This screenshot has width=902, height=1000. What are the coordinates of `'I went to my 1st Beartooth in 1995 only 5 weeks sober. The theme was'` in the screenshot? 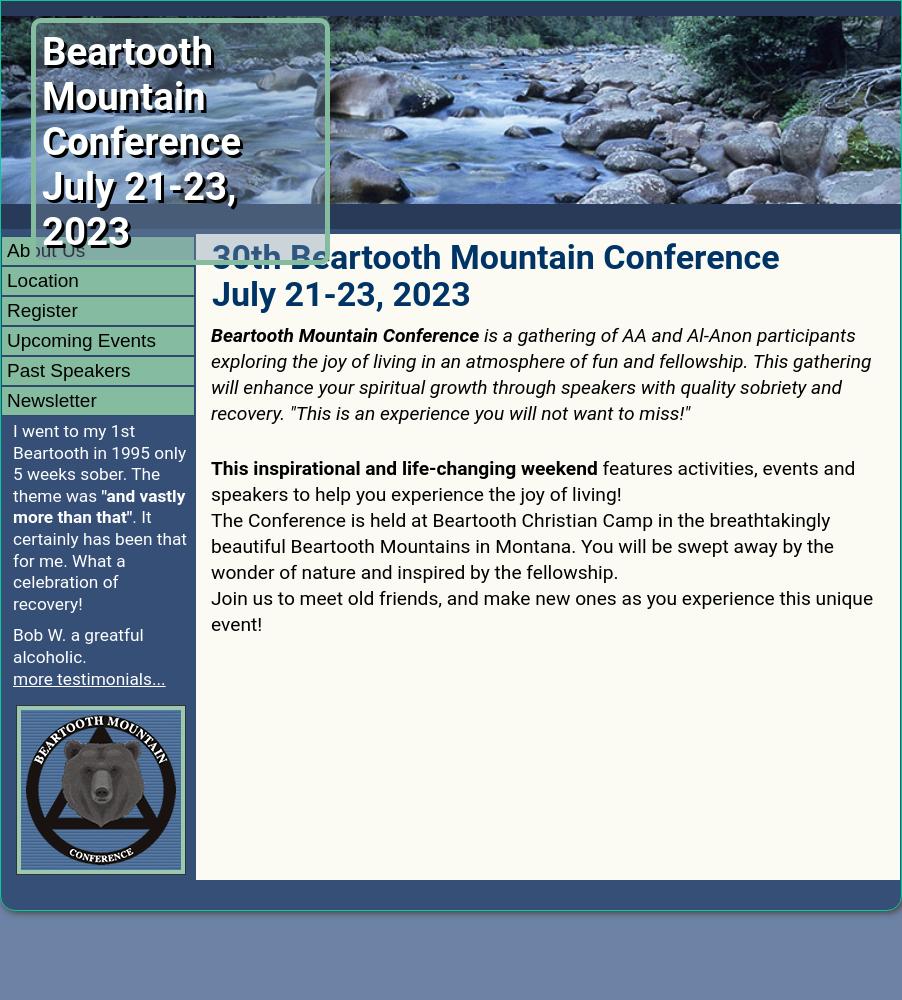 It's located at (11, 461).